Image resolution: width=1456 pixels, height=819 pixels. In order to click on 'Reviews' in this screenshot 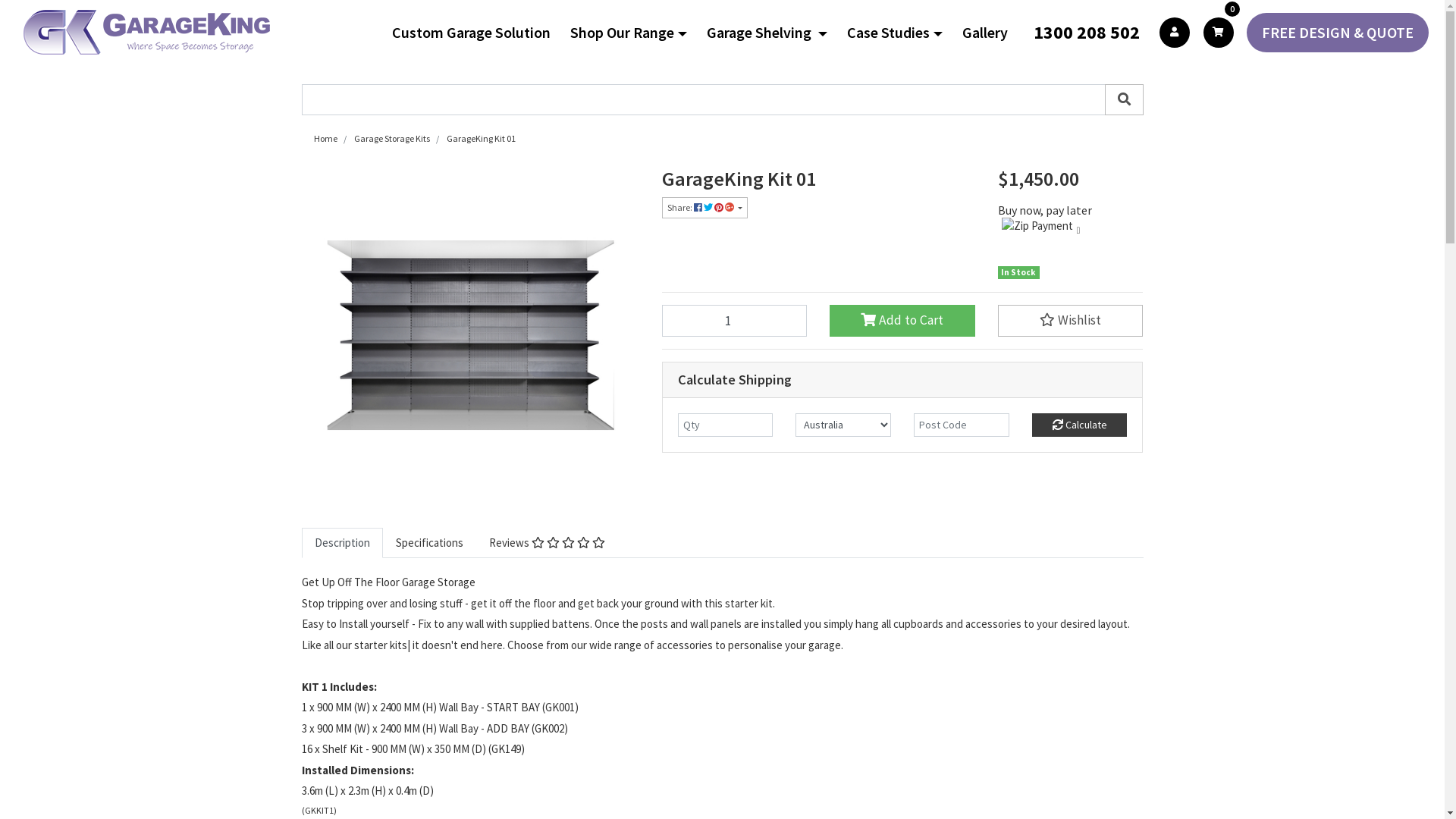, I will do `click(546, 542)`.